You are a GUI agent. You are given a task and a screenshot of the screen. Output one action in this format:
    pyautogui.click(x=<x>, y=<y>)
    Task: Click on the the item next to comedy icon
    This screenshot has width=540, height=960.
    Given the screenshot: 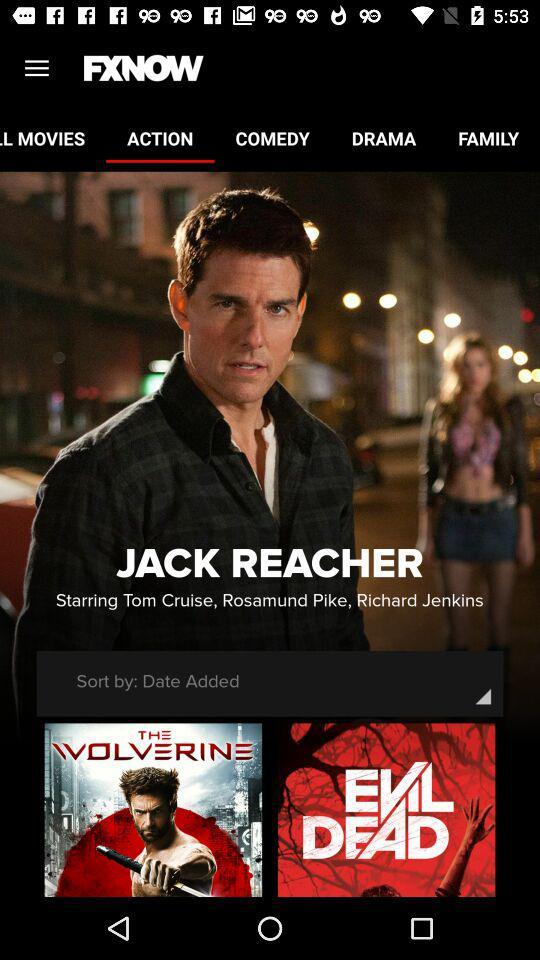 What is the action you would take?
    pyautogui.click(x=159, y=137)
    